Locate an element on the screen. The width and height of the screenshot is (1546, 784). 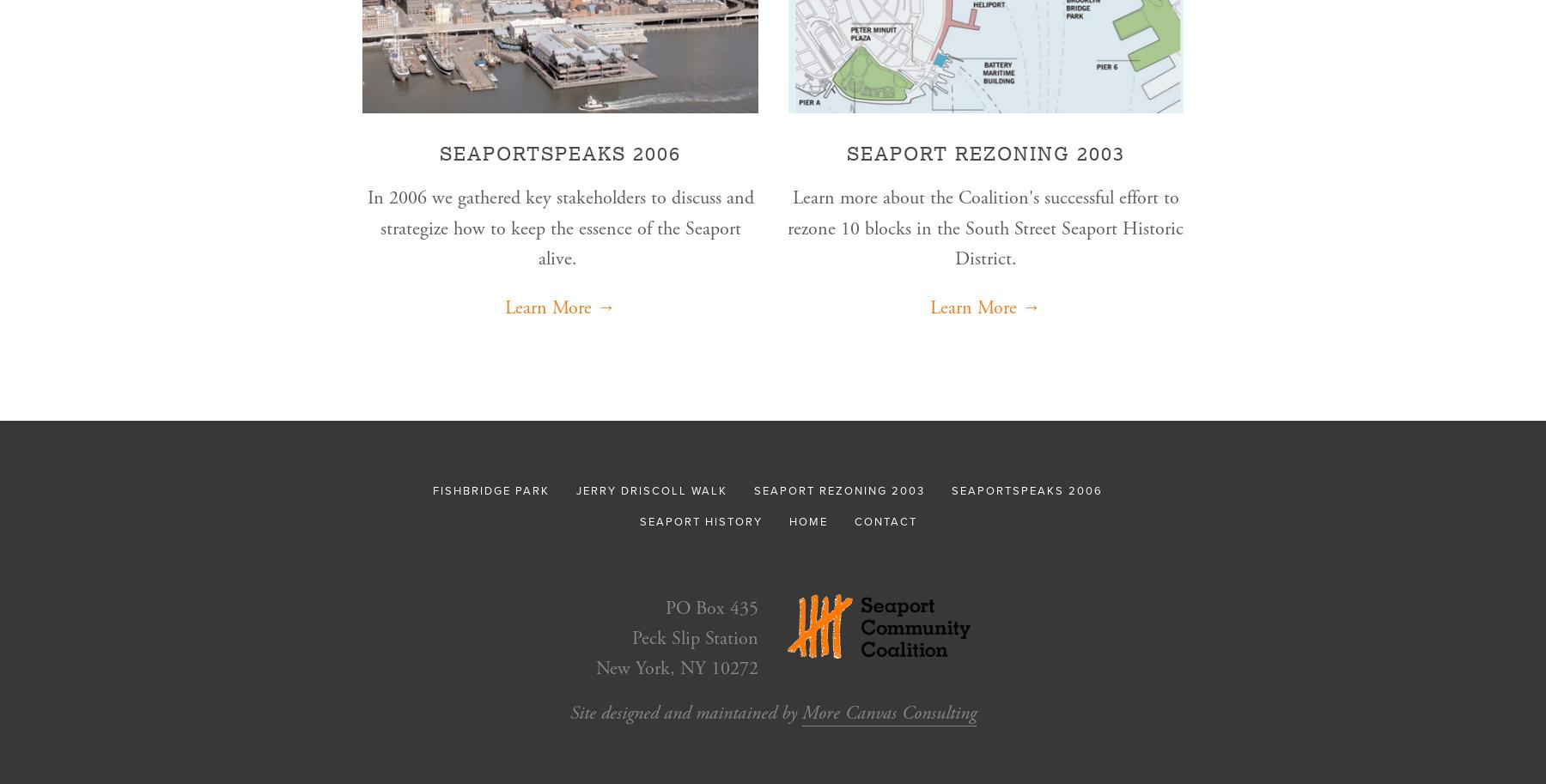
'Seaport History' is located at coordinates (701, 520).